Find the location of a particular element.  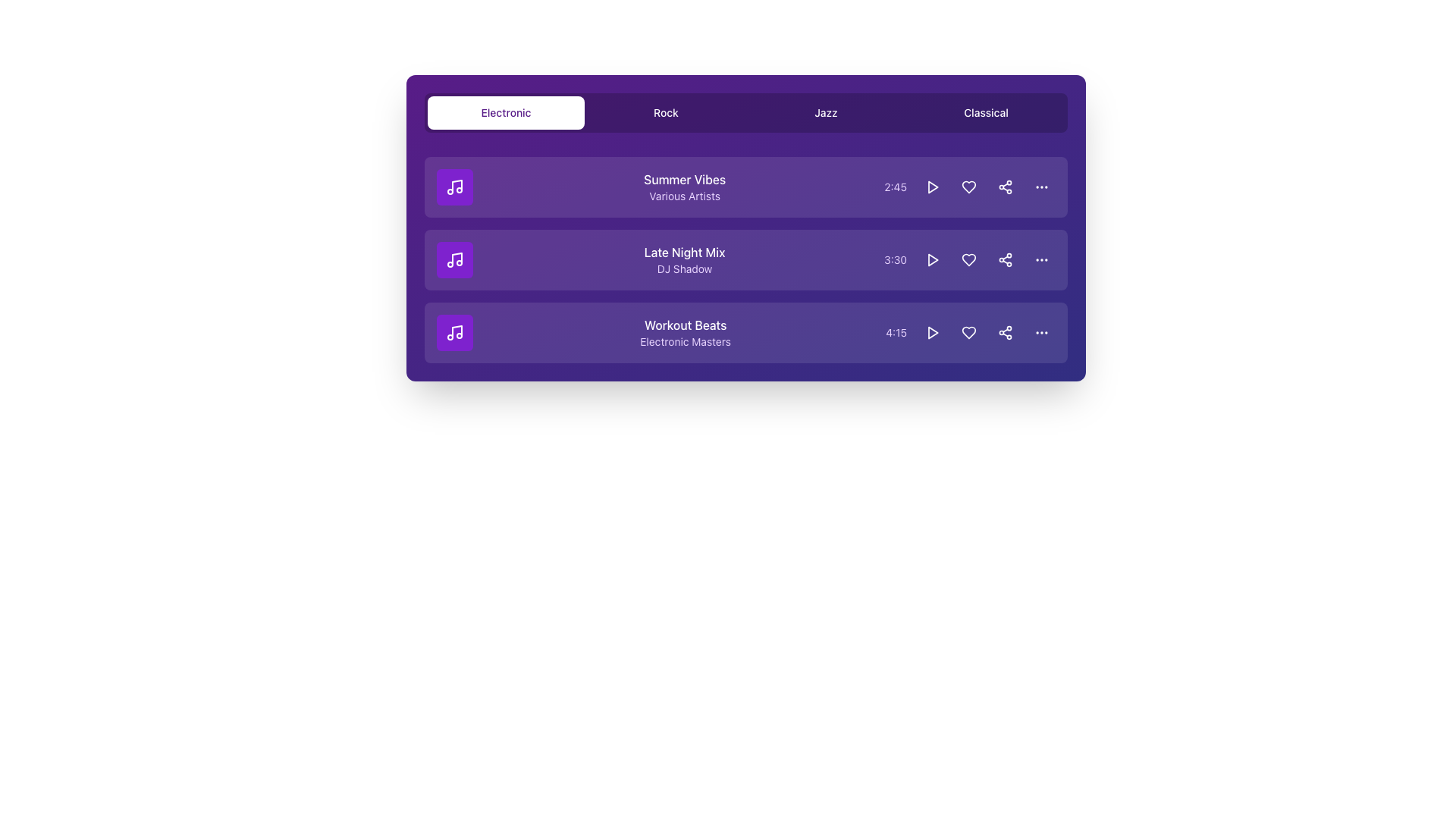

the play button located to the right of the track duration is located at coordinates (931, 186).